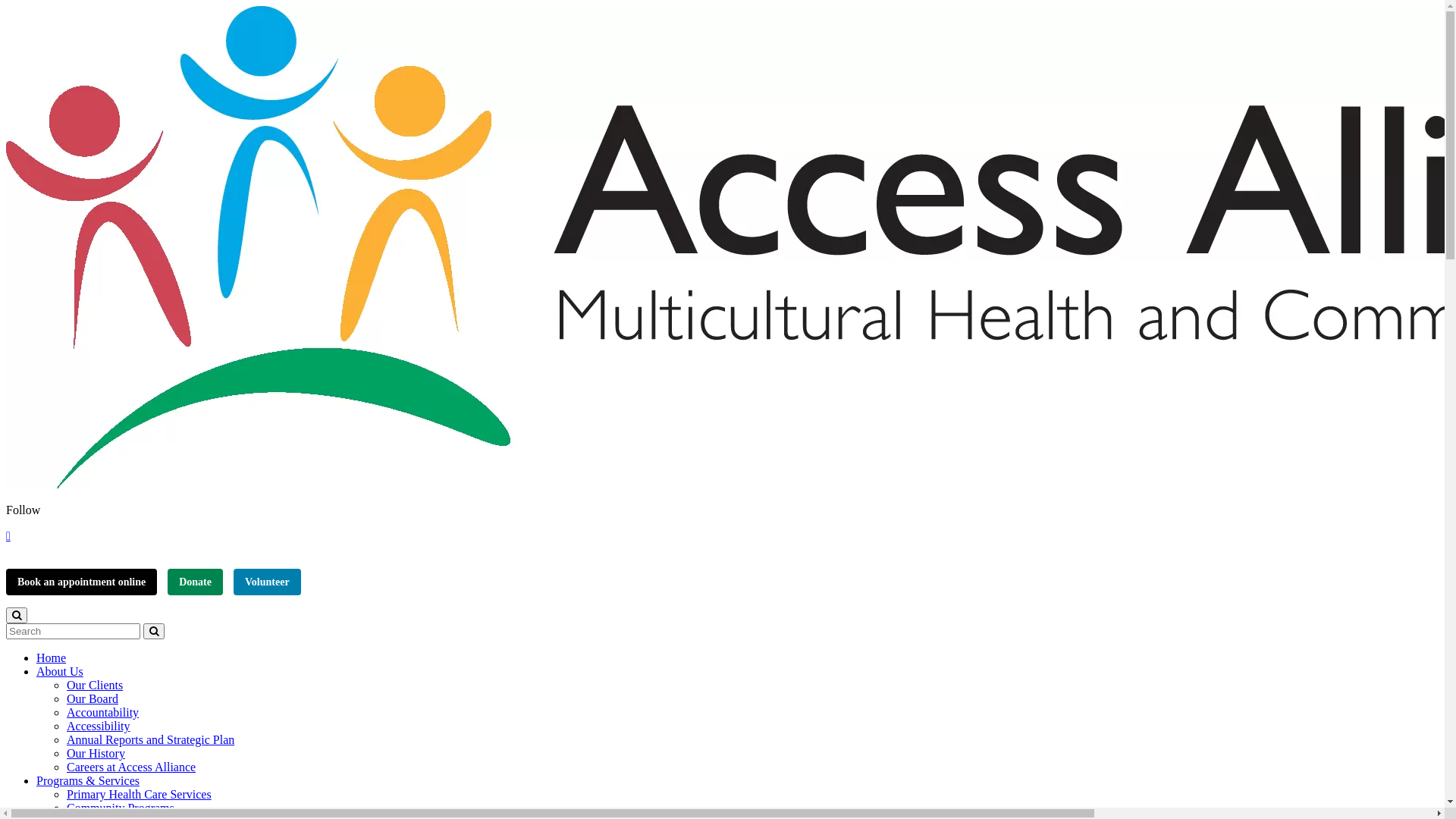 Image resolution: width=1456 pixels, height=819 pixels. What do you see at coordinates (65, 807) in the screenshot?
I see `'Community Programs'` at bounding box center [65, 807].